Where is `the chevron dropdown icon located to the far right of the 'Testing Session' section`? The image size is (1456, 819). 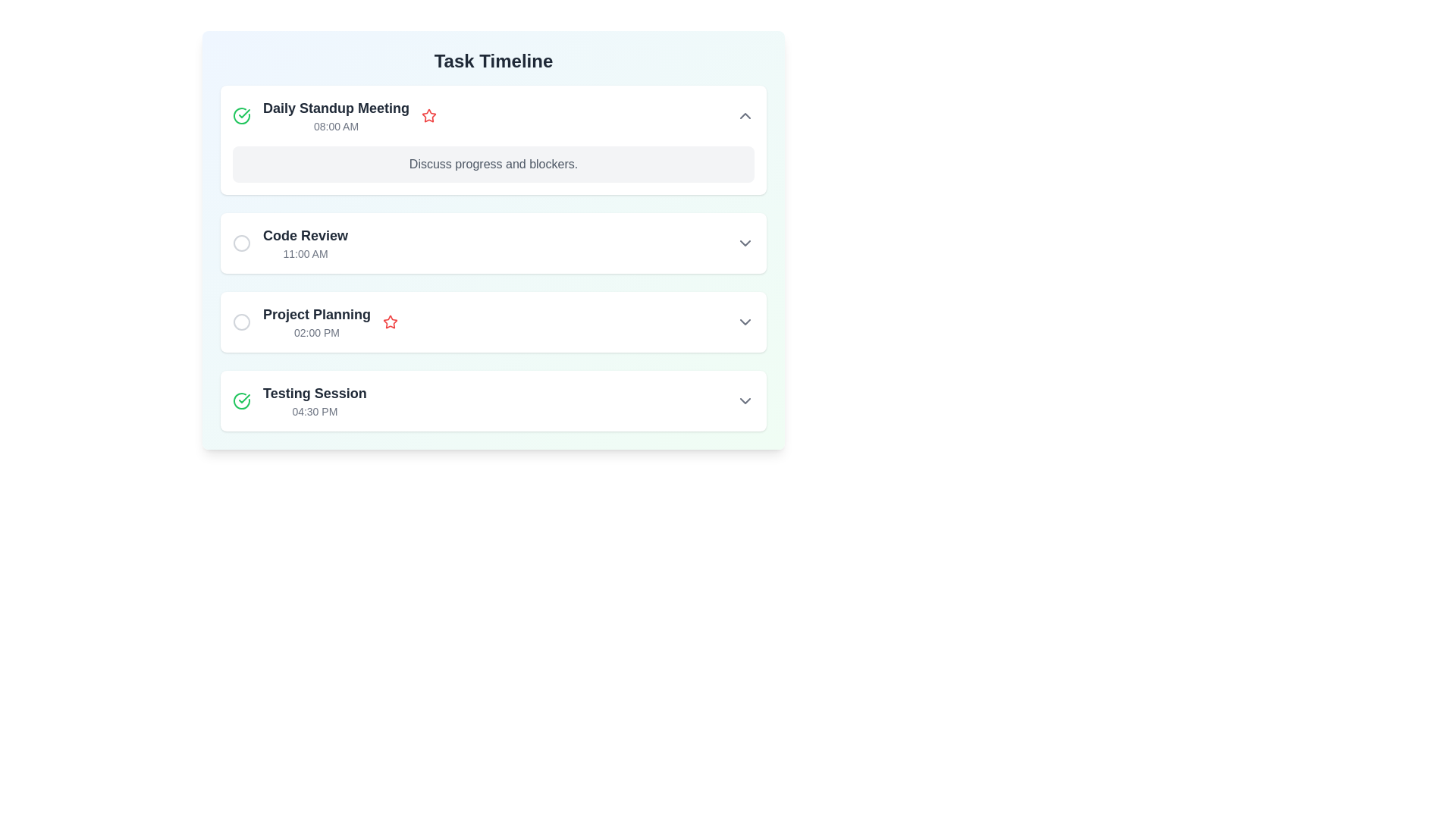 the chevron dropdown icon located to the far right of the 'Testing Session' section is located at coordinates (745, 400).